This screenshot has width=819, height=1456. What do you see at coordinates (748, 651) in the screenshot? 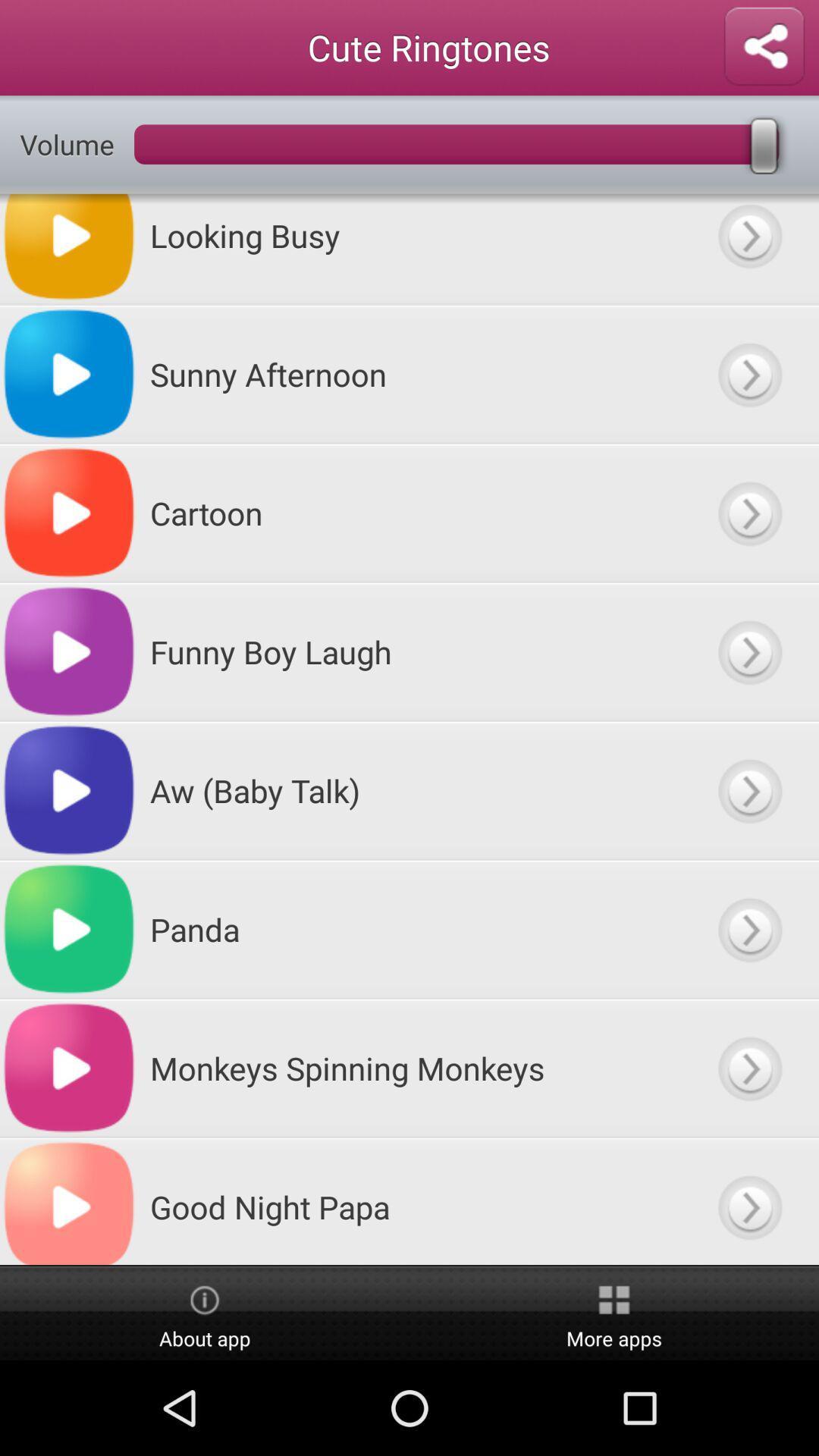
I see `left` at bounding box center [748, 651].